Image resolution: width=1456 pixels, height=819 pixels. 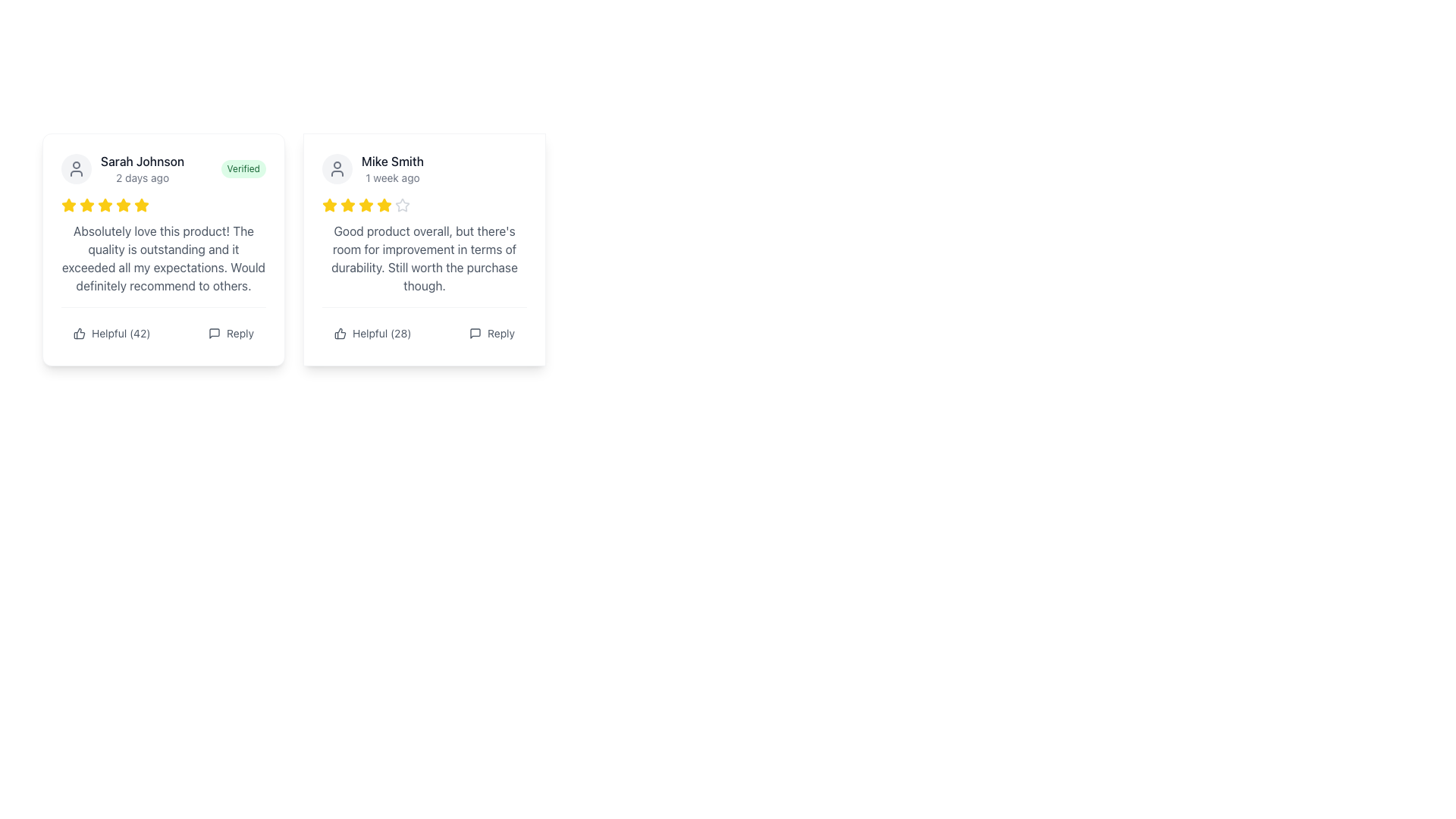 What do you see at coordinates (366, 205) in the screenshot?
I see `the second star icon in the rating system located in the top right quadrant of the second review card` at bounding box center [366, 205].